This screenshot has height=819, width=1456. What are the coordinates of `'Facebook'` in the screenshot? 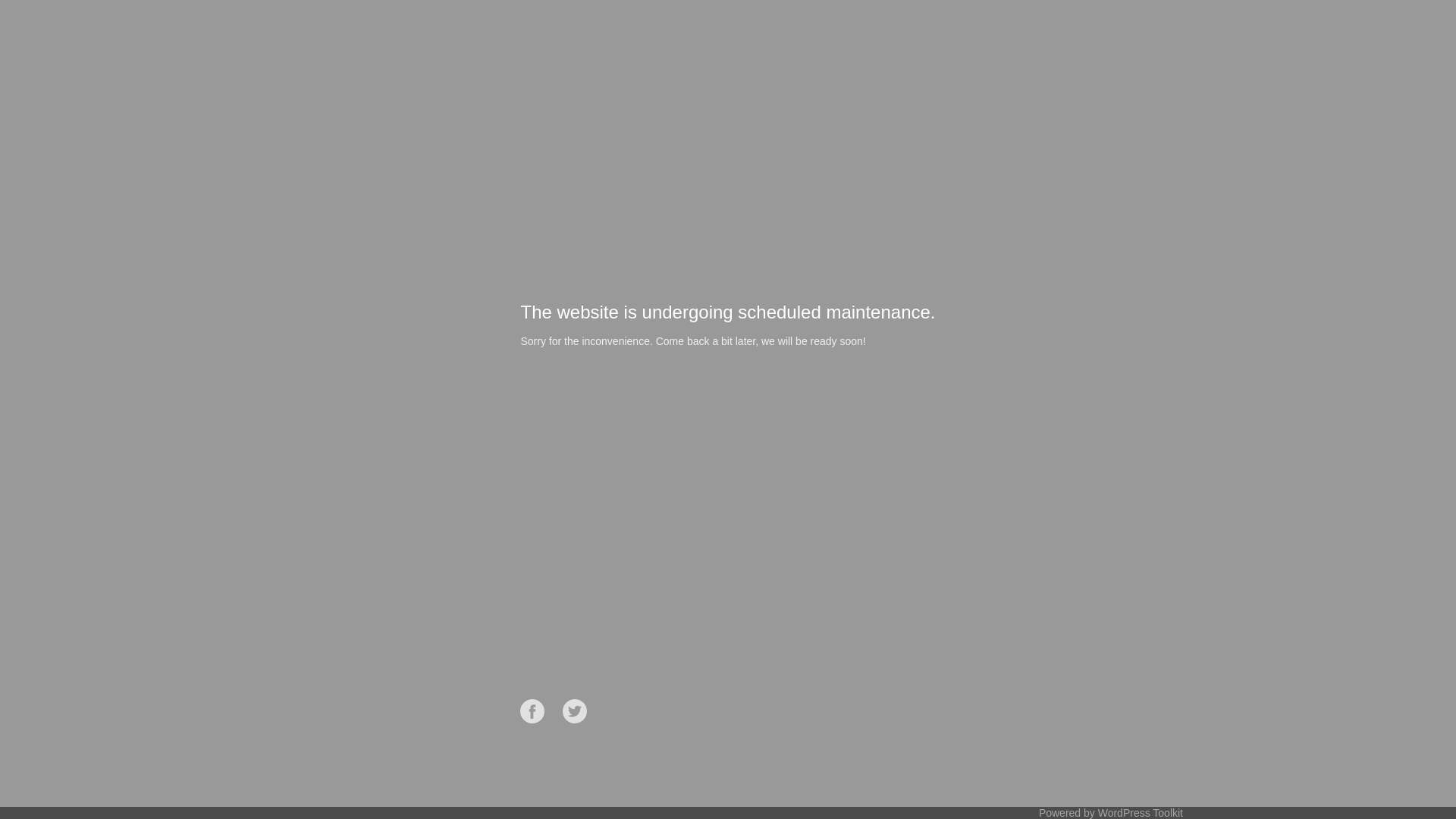 It's located at (532, 711).